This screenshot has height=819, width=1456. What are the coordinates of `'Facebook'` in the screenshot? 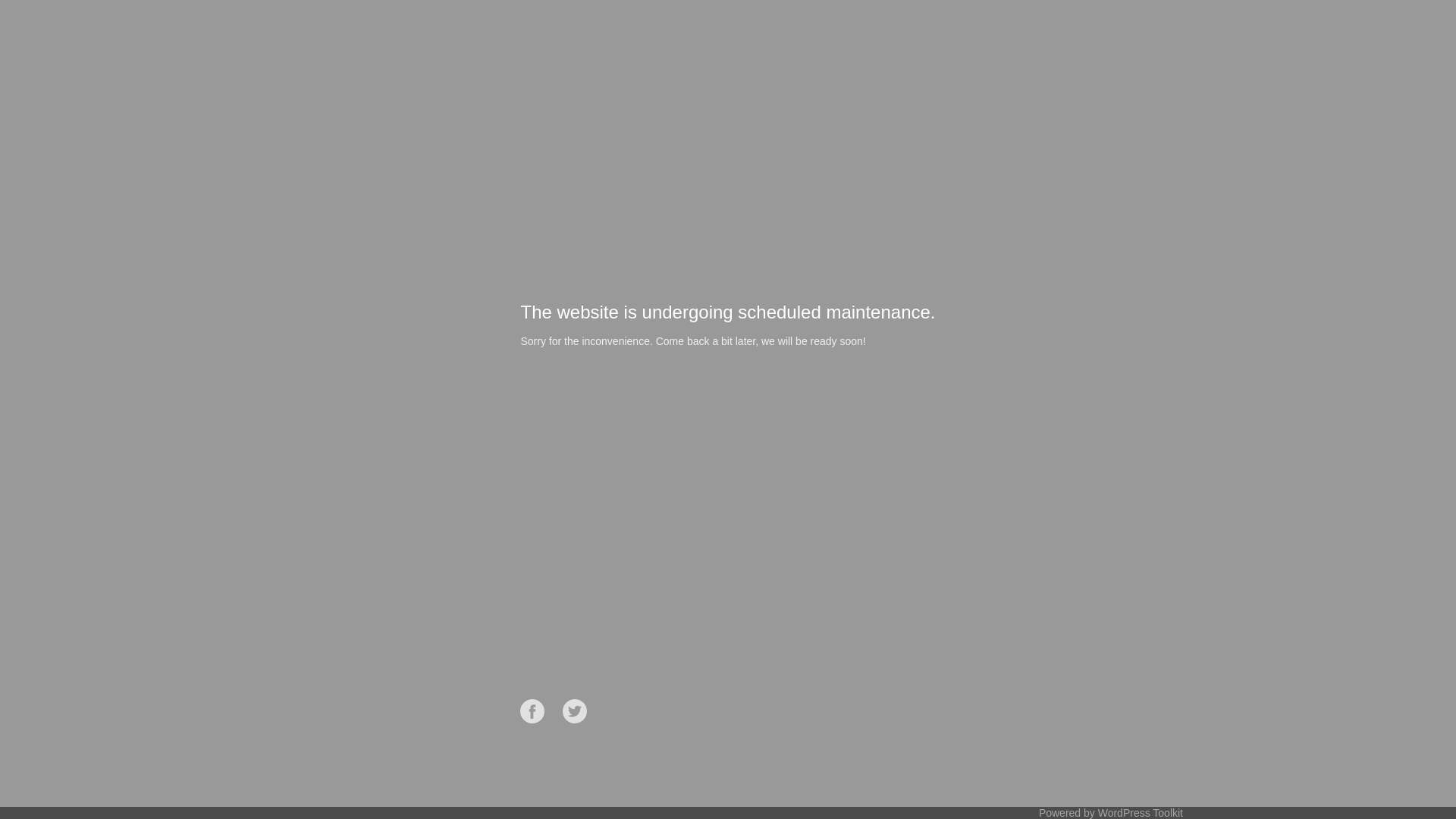 It's located at (532, 711).